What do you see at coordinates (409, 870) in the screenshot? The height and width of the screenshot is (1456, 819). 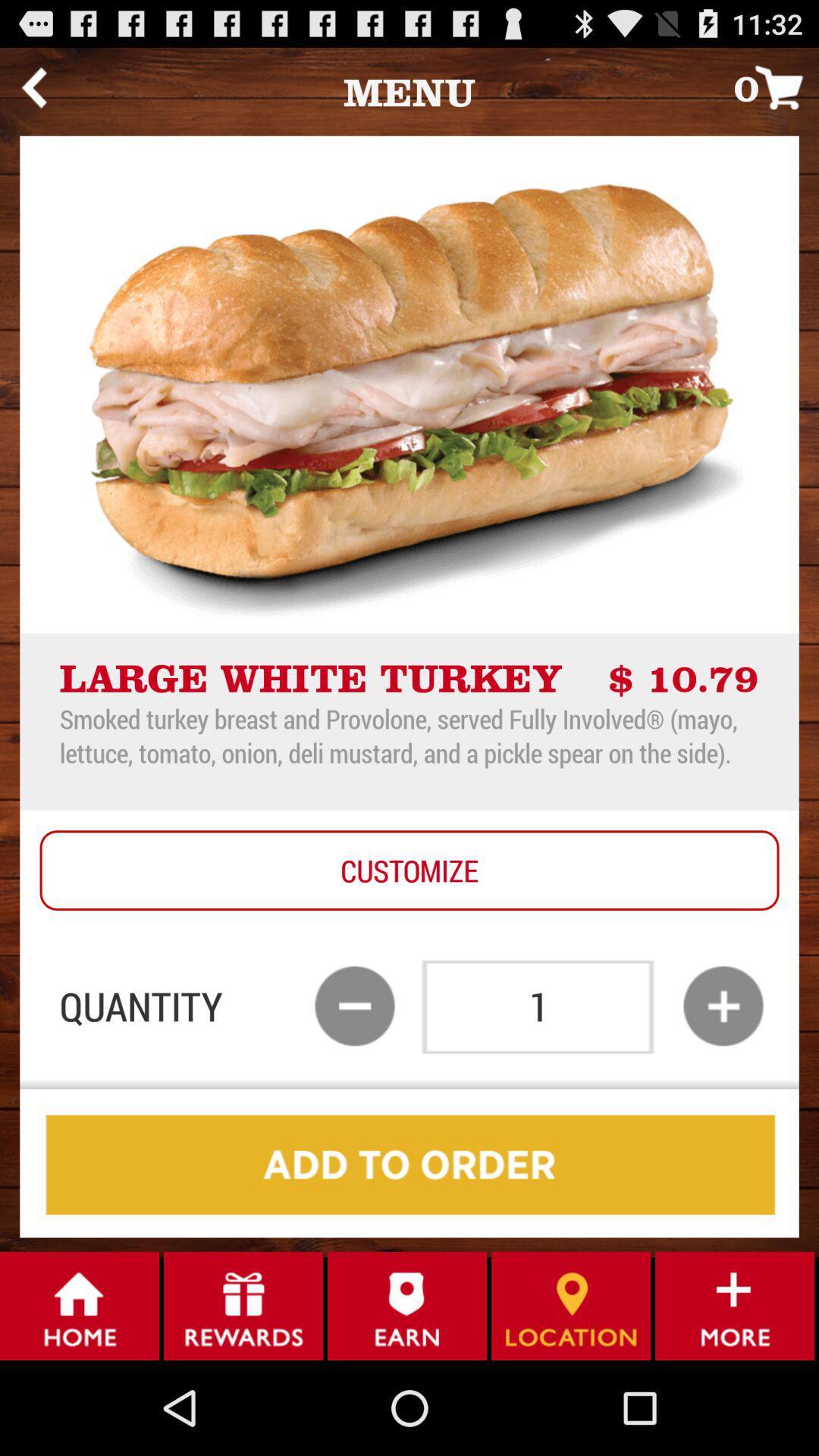 I see `customize item` at bounding box center [409, 870].